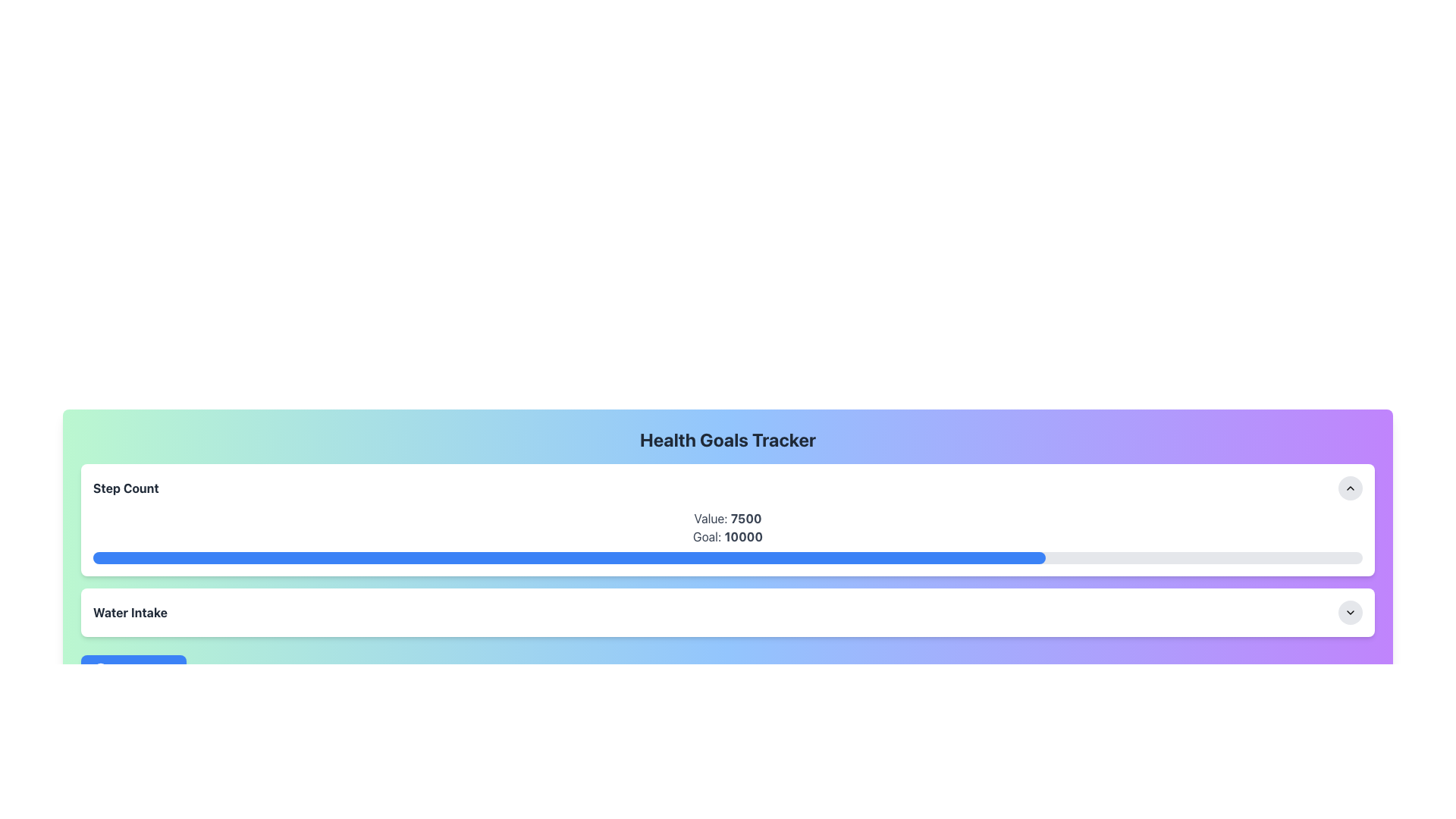 This screenshot has width=1456, height=819. I want to click on the downward-pointing chevron icon inside the gray circular button at the far-right end of the 'Water Intake' card in the Health Goals Tracker interface, so click(1350, 611).